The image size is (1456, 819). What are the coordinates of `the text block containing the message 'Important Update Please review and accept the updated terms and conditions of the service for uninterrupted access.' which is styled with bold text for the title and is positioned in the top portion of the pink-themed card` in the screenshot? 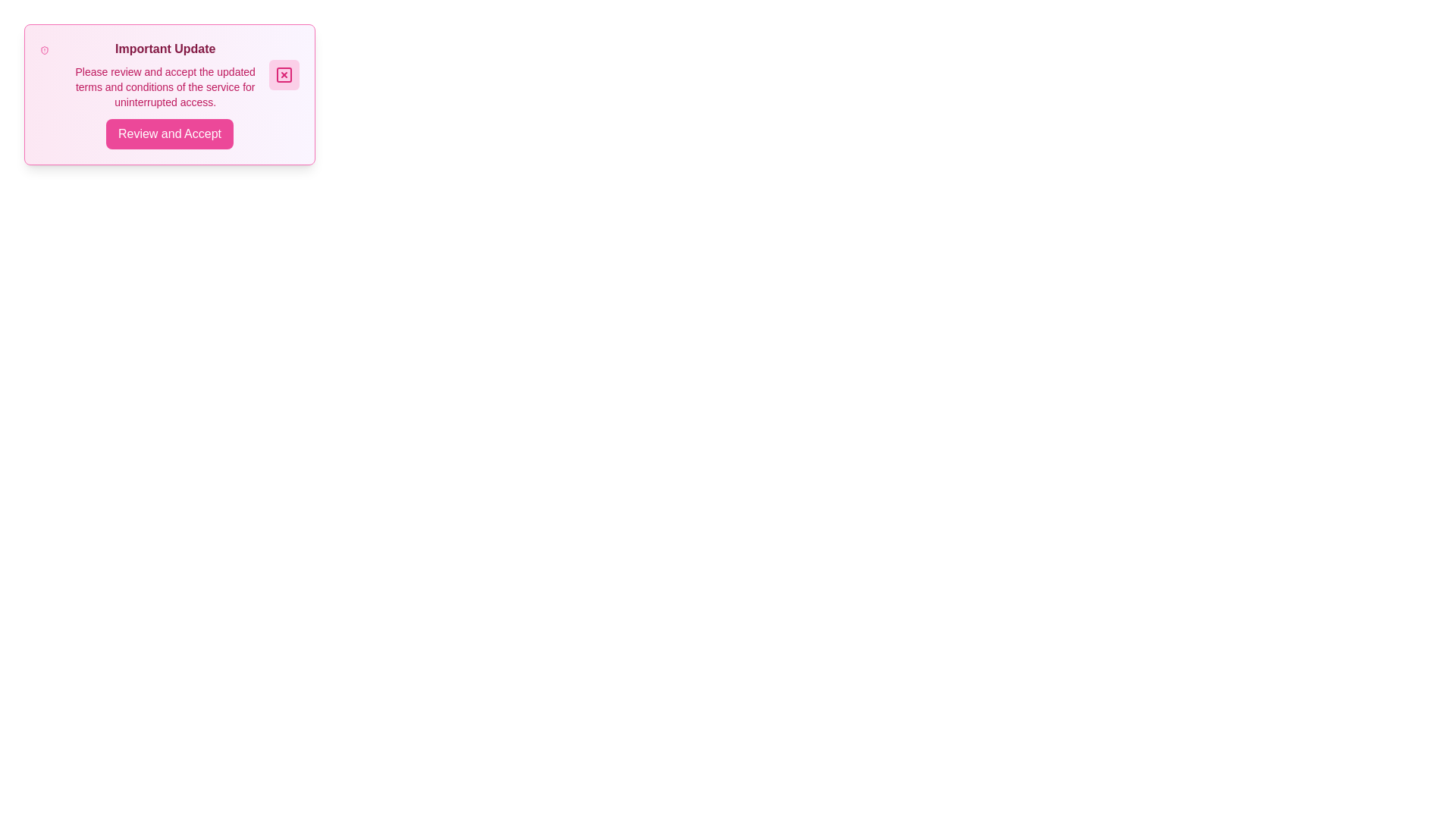 It's located at (170, 75).